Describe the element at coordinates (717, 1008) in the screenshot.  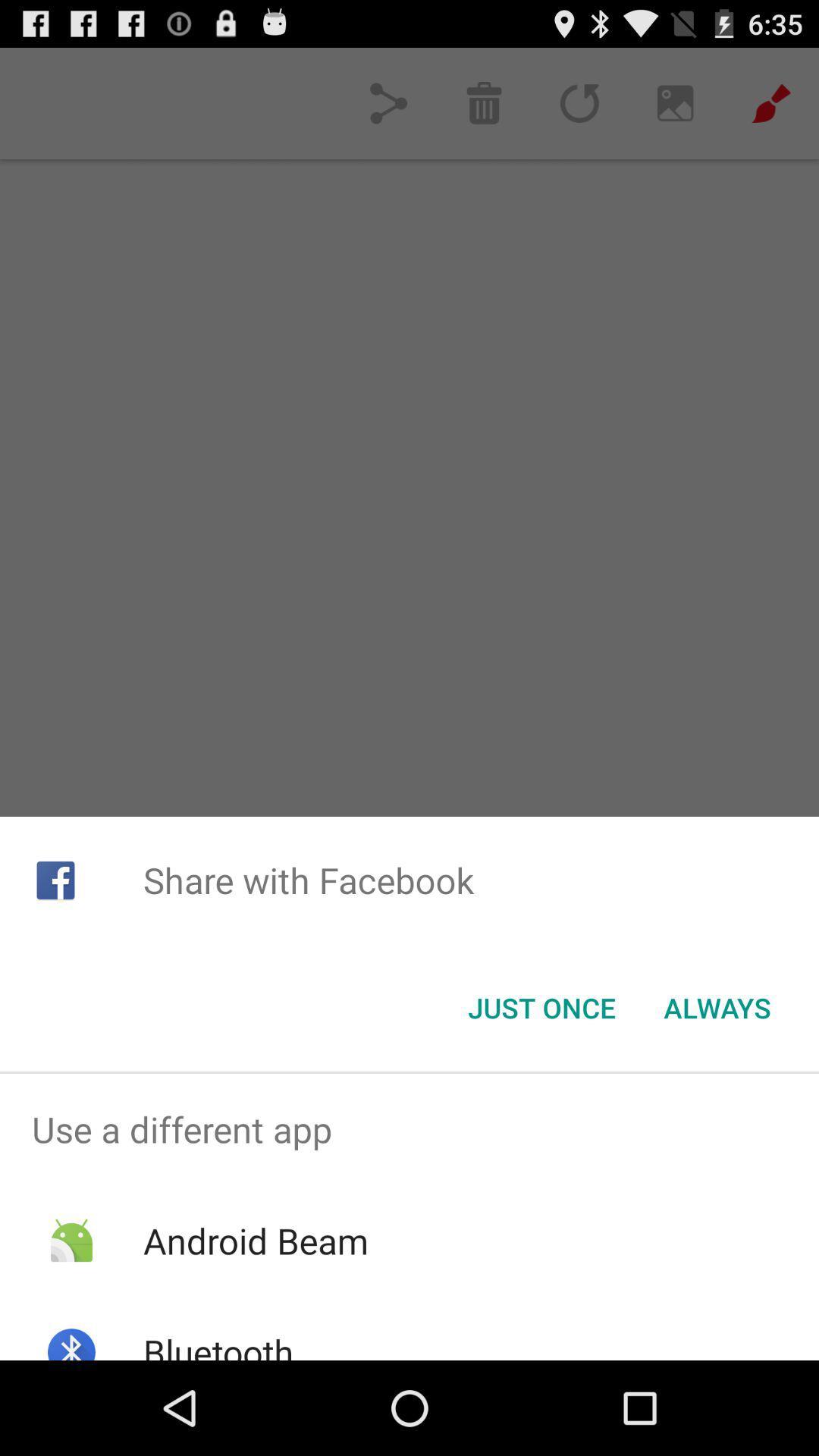
I see `item below share with facebook app` at that location.